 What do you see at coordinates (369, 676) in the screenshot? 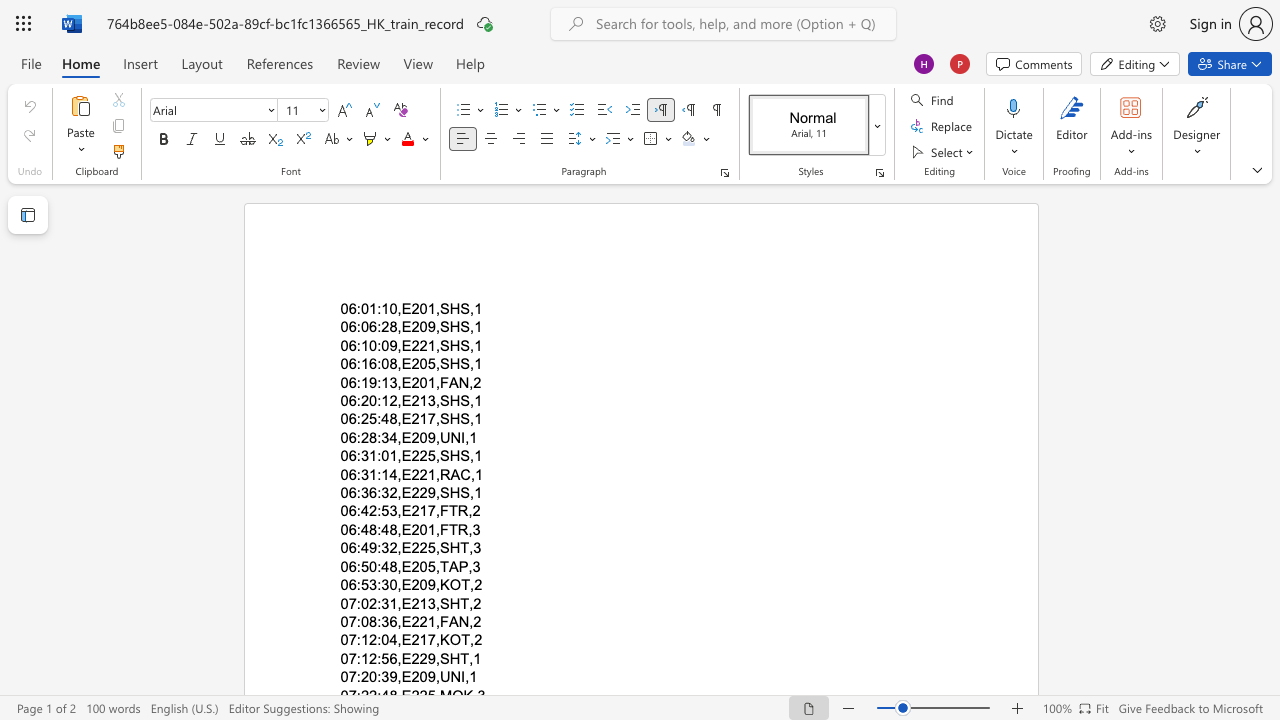
I see `the subset text "0:39,E209,UNI,1" within the text "07:20:39,E209,UNI,1"` at bounding box center [369, 676].